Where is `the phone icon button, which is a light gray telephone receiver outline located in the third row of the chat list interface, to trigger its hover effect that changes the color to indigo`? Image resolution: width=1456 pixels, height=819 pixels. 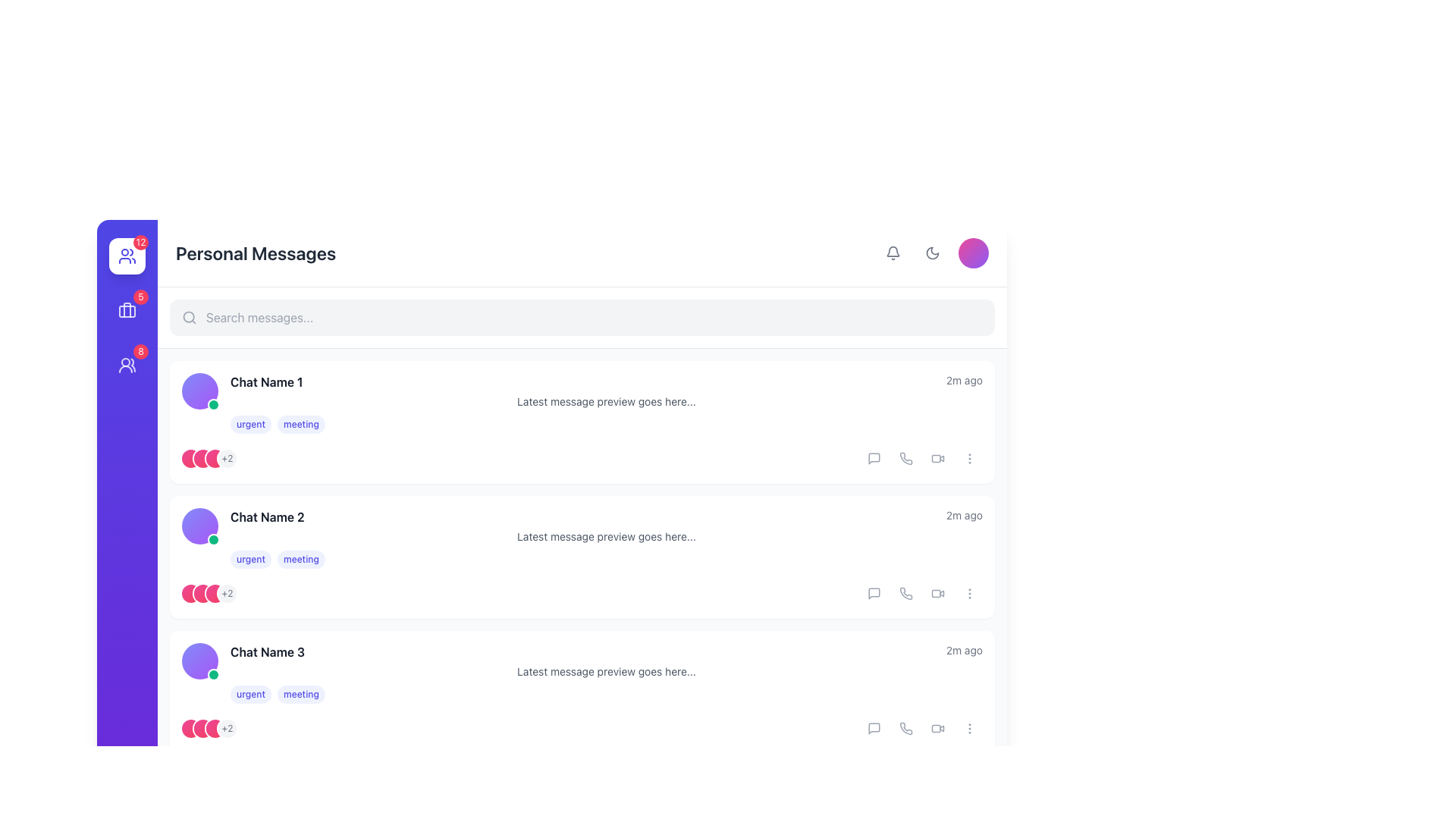
the phone icon button, which is a light gray telephone receiver outline located in the third row of the chat list interface, to trigger its hover effect that changes the color to indigo is located at coordinates (906, 593).